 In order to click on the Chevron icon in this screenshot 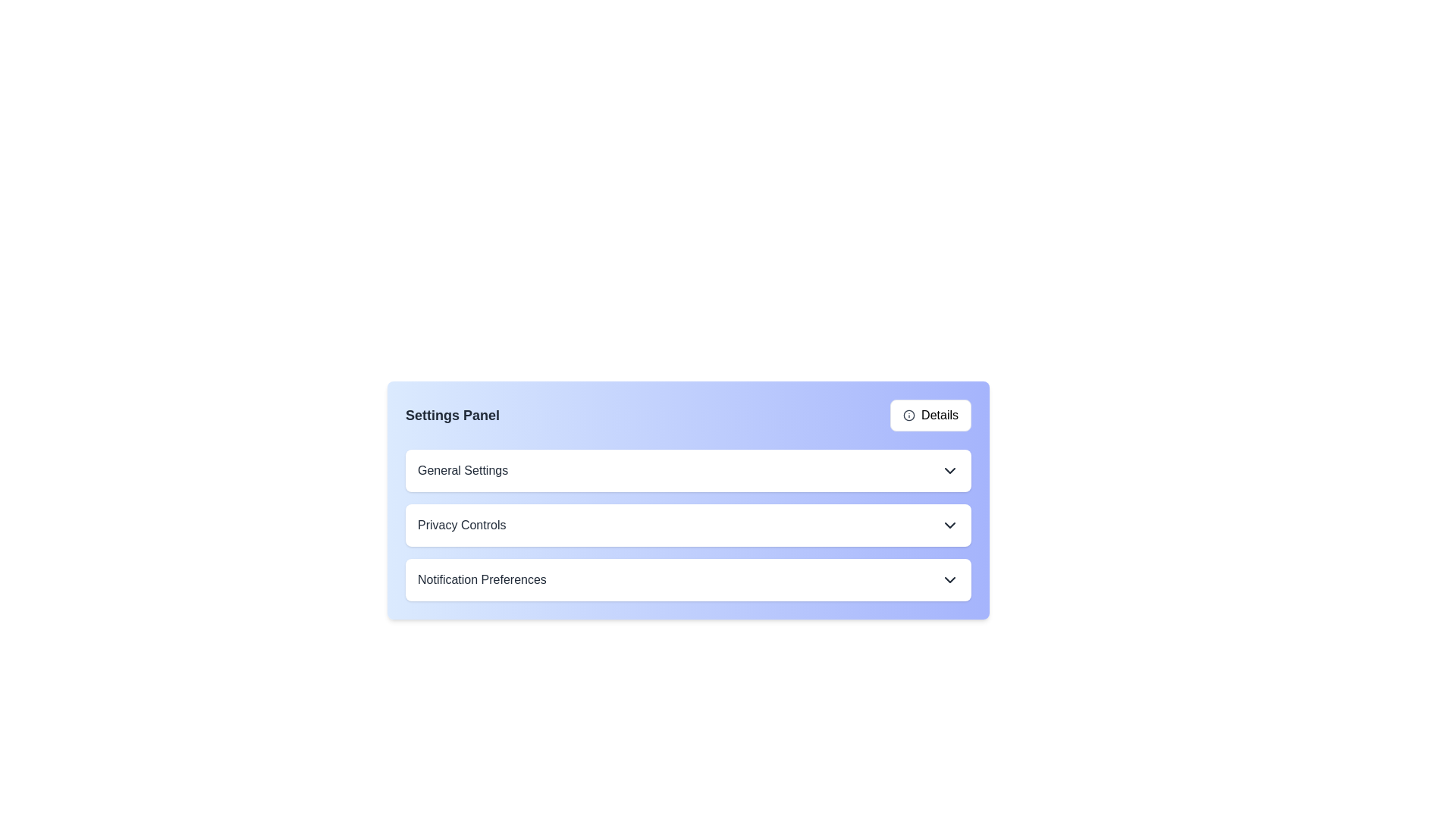, I will do `click(949, 470)`.